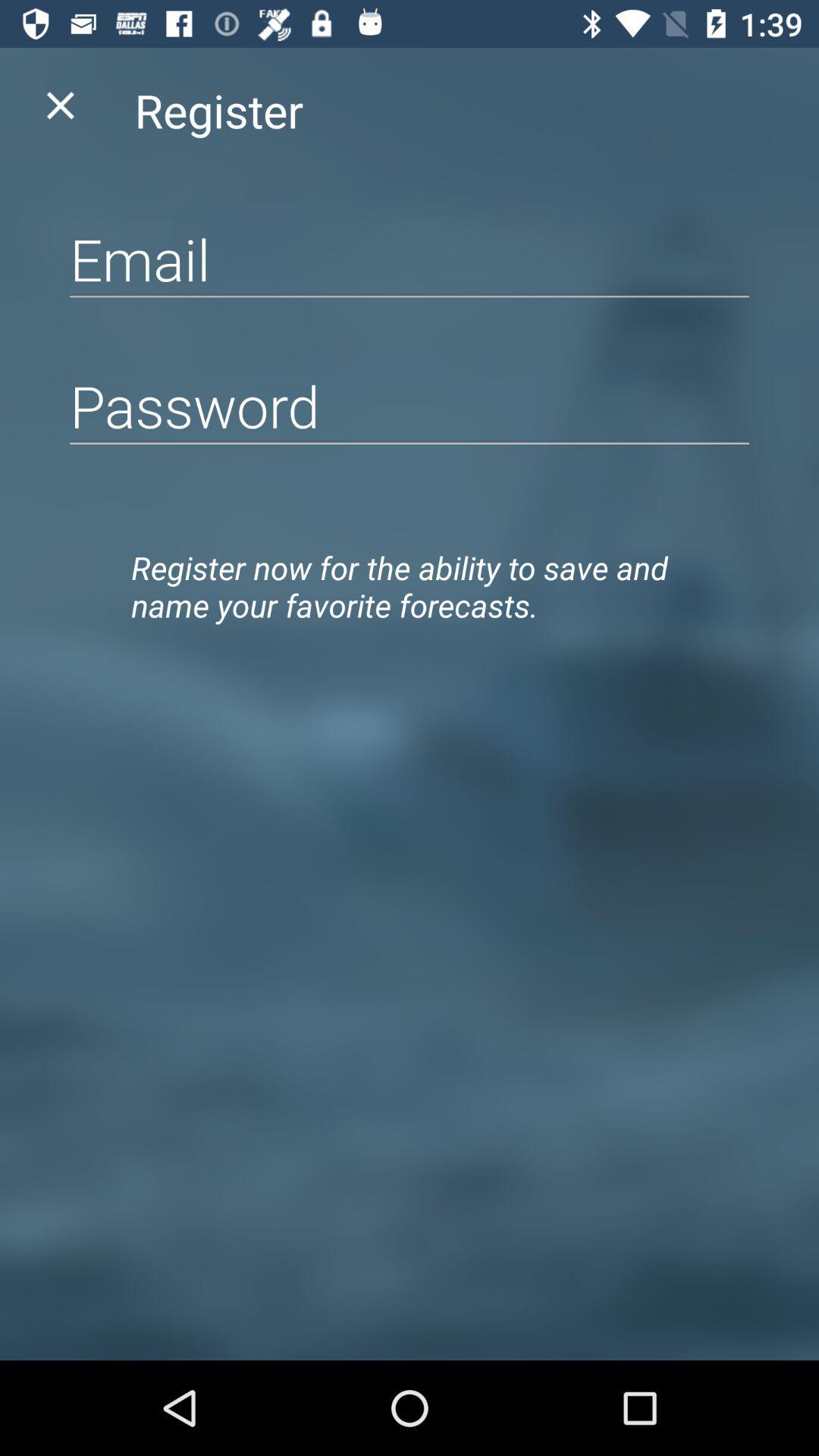 This screenshot has width=819, height=1456. I want to click on e-mail, so click(409, 259).